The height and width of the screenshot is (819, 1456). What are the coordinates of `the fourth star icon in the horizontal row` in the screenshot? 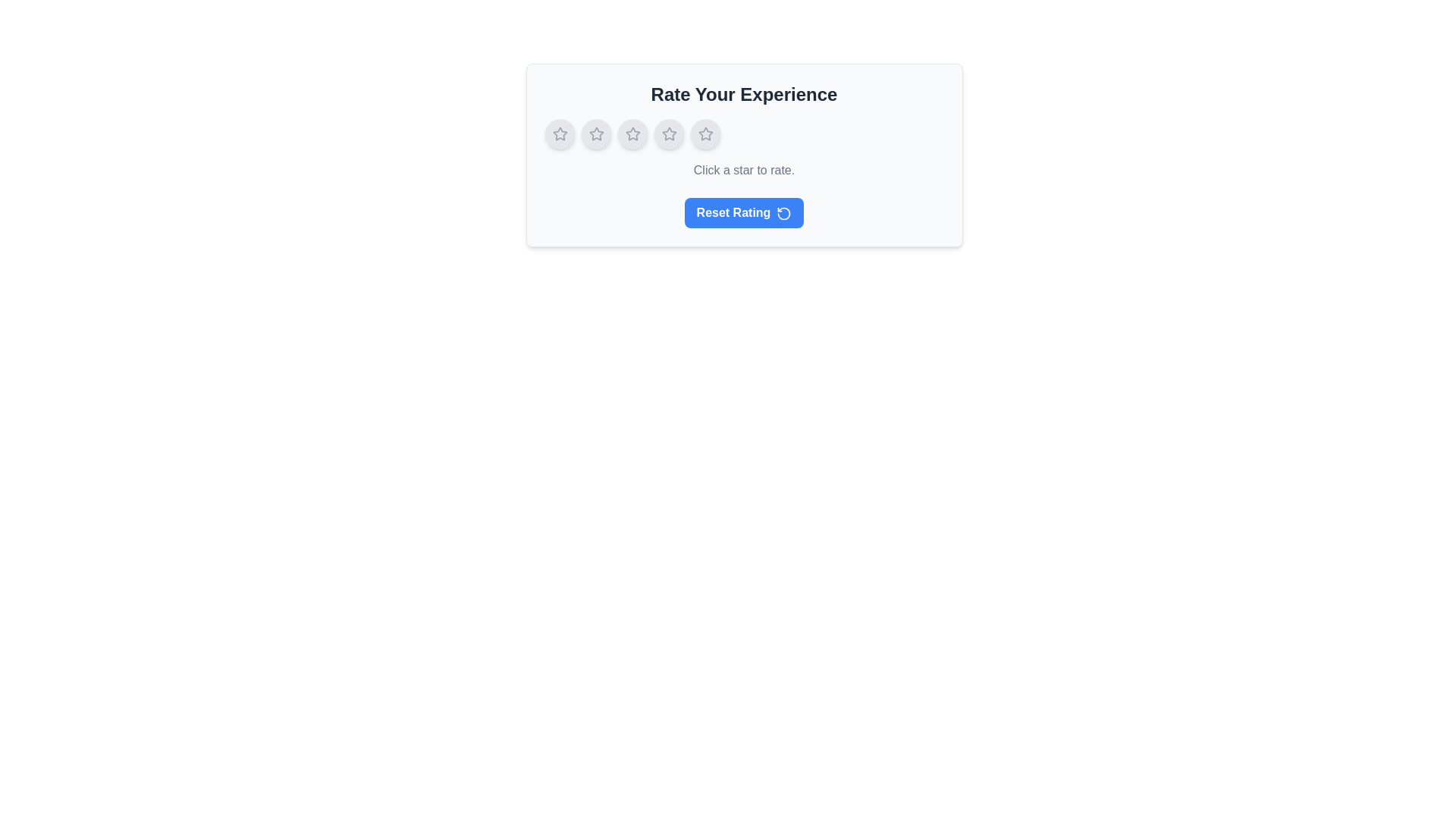 It's located at (668, 133).